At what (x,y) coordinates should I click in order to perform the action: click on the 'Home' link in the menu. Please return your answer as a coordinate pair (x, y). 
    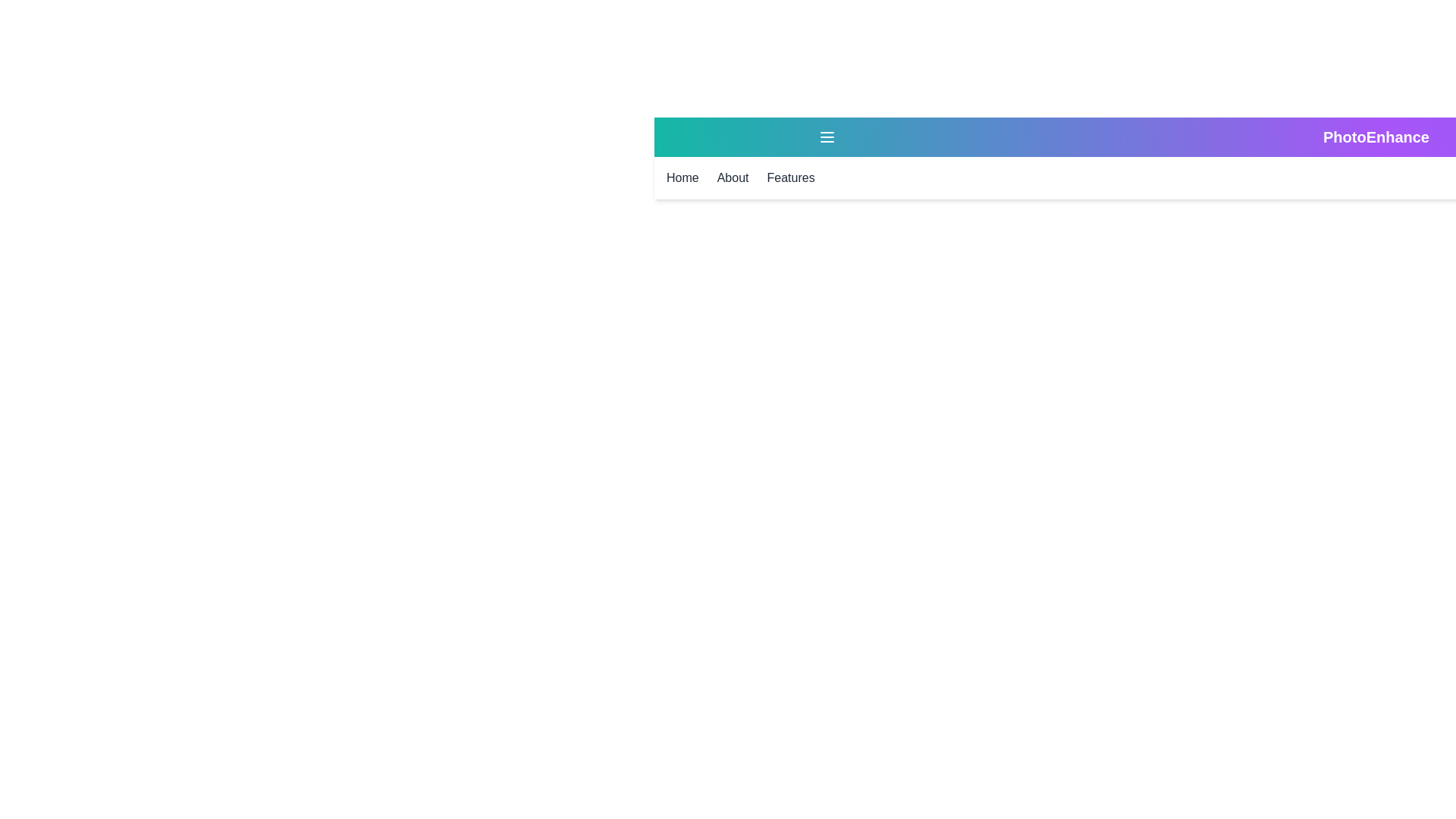
    Looking at the image, I should click on (682, 177).